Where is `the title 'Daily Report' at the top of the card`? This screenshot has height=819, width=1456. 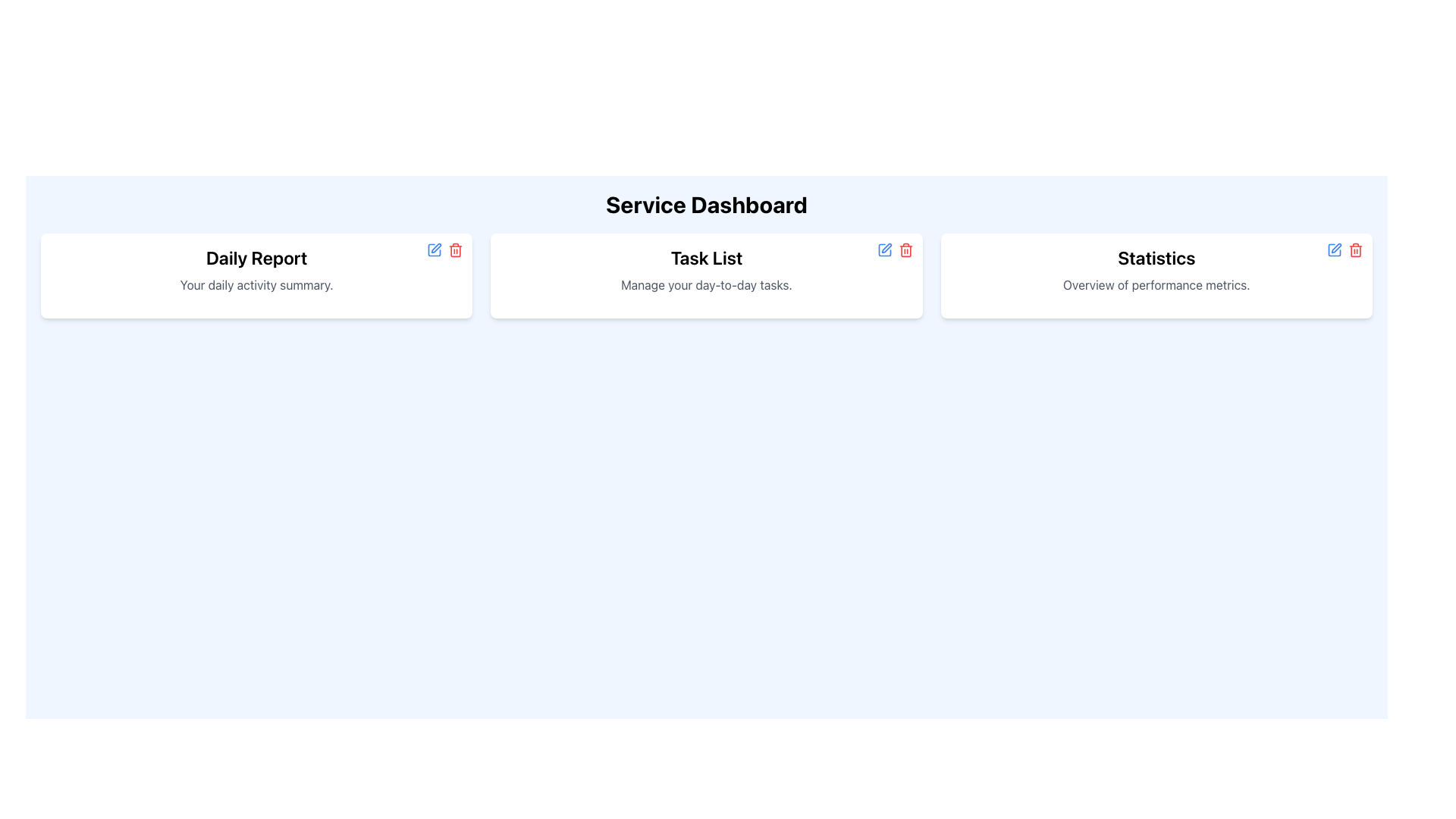 the title 'Daily Report' at the top of the card is located at coordinates (256, 256).